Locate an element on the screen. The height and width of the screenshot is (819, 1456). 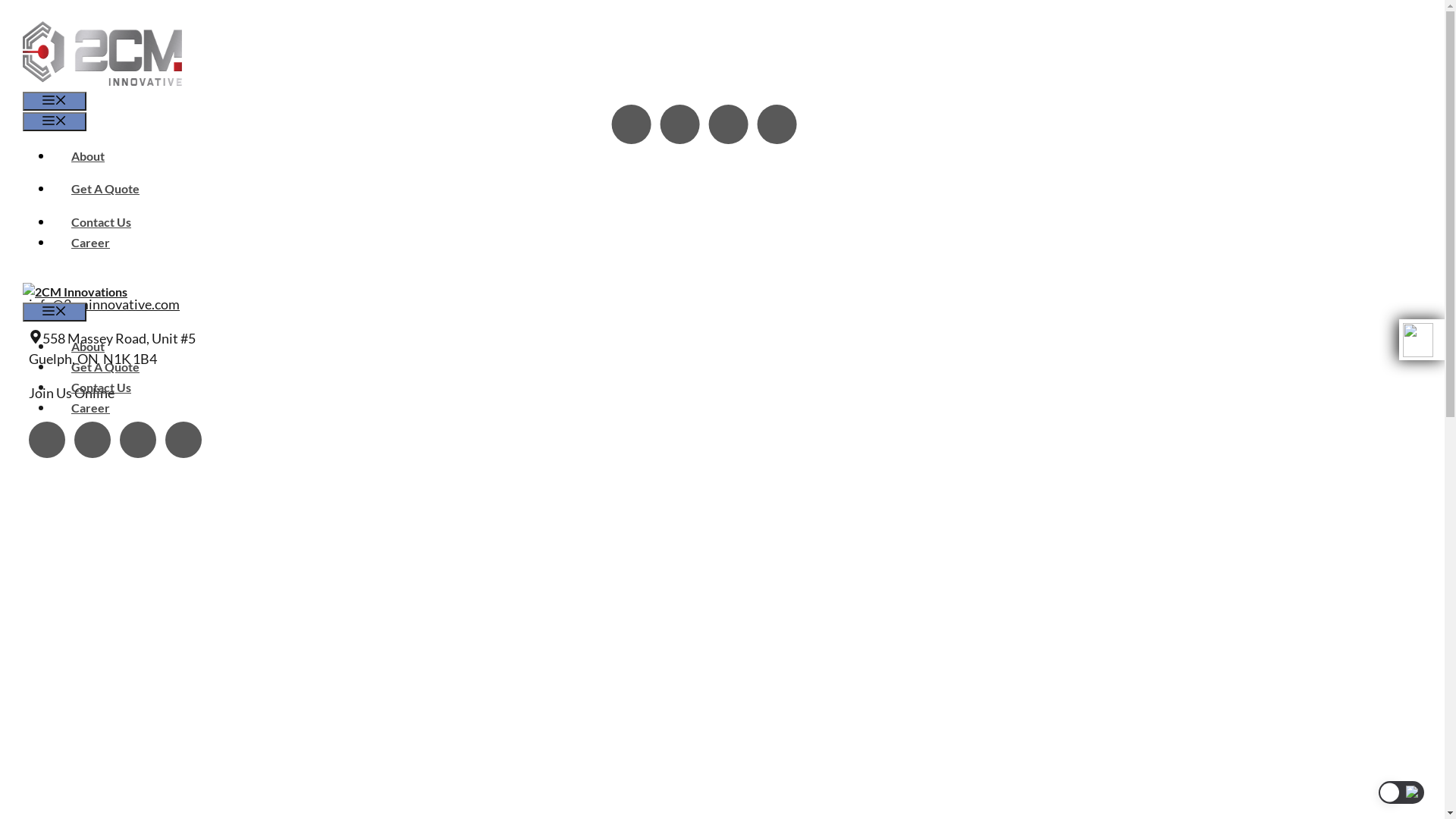
'Get A Quote' is located at coordinates (105, 366).